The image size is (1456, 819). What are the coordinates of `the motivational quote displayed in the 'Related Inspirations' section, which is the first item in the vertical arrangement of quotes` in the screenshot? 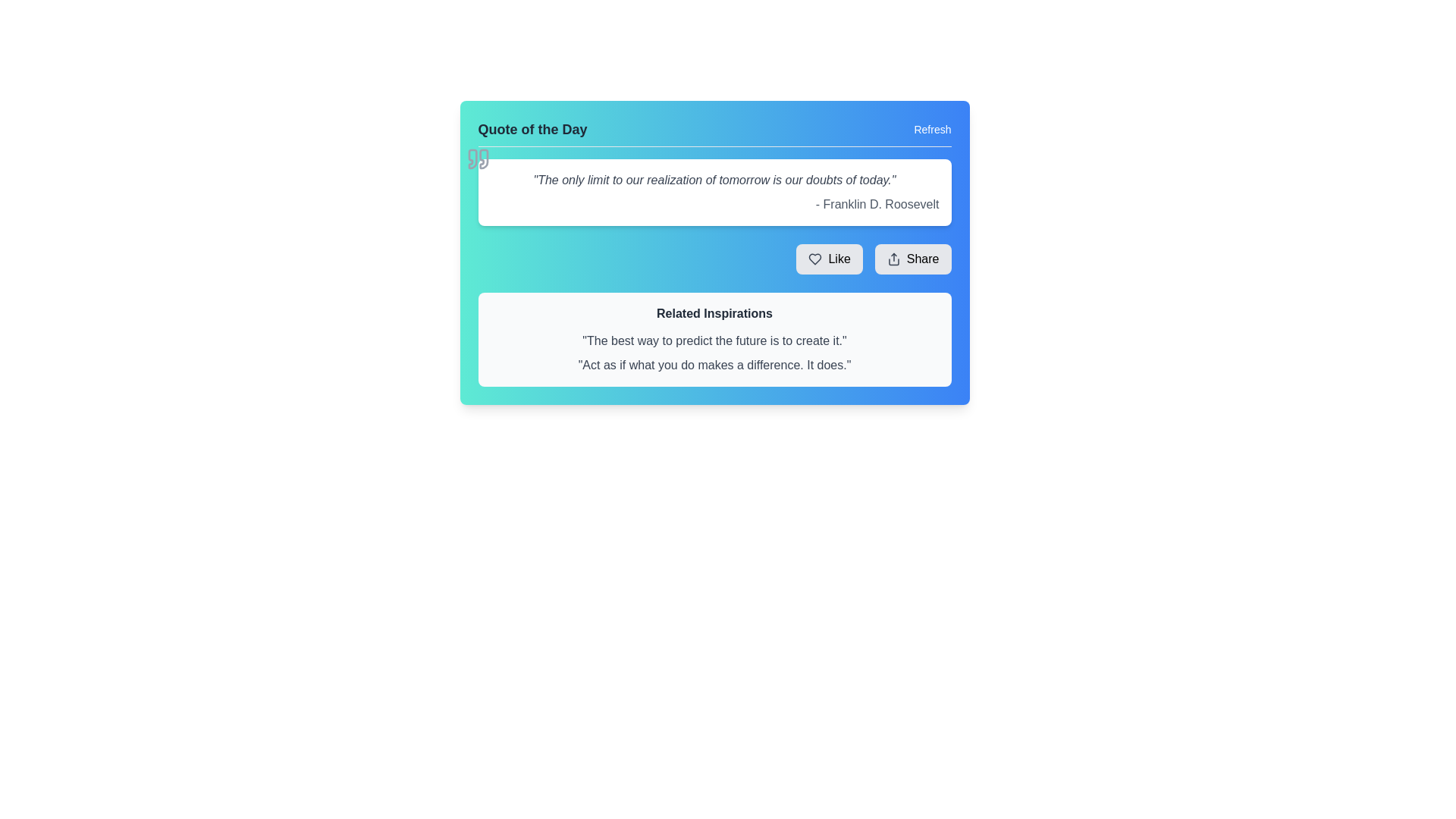 It's located at (714, 341).